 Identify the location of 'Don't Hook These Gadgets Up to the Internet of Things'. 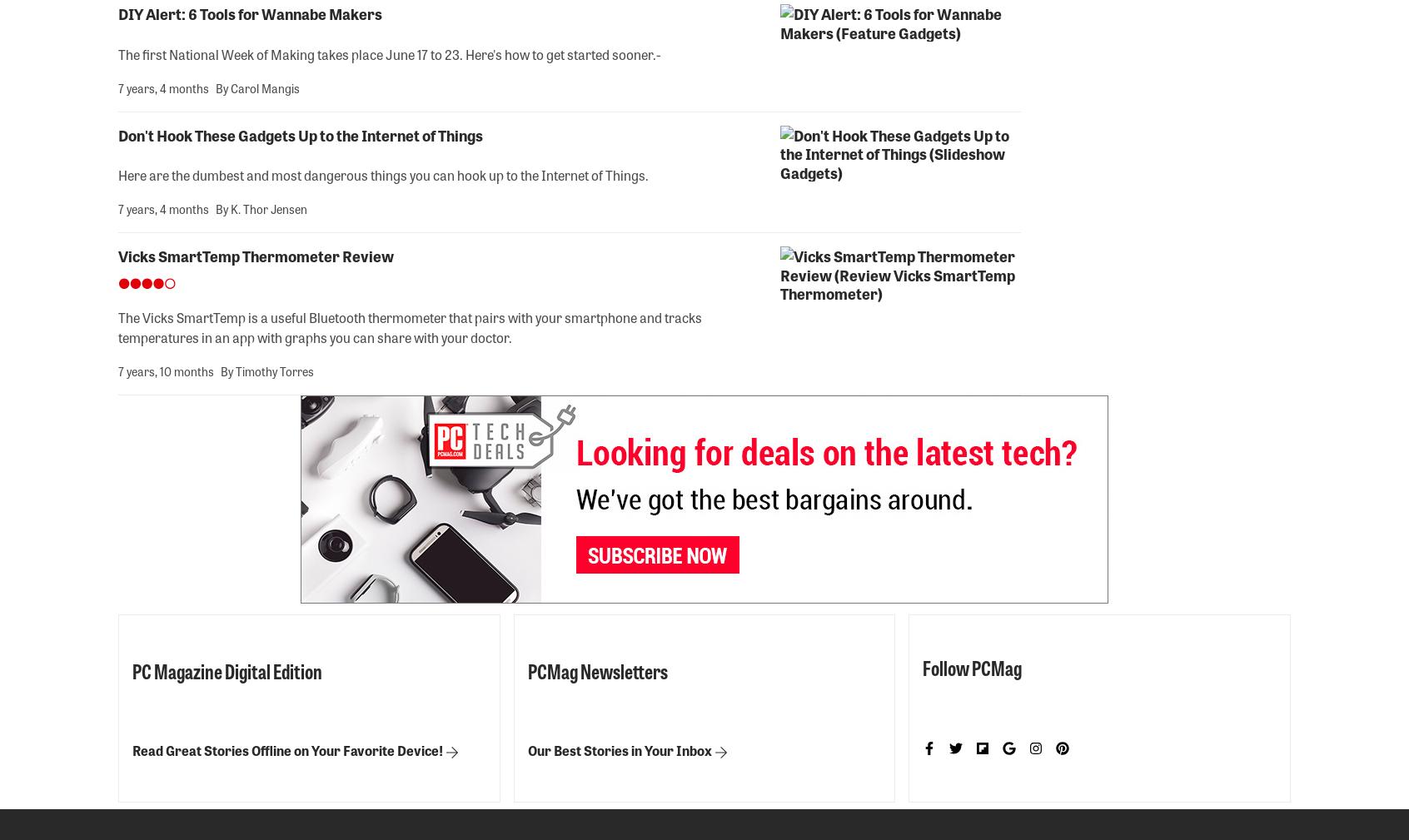
(301, 133).